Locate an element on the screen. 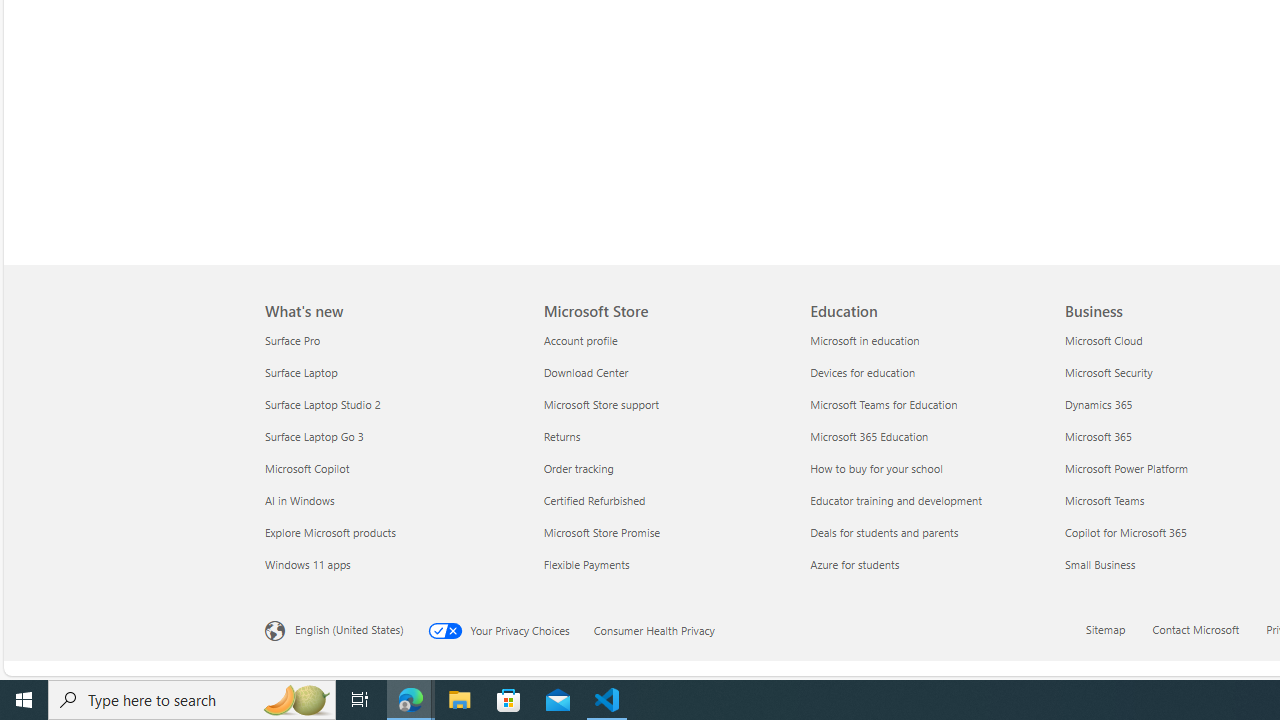 This screenshot has height=720, width=1280. 'Surface Laptop Studio 2 What' is located at coordinates (323, 403).